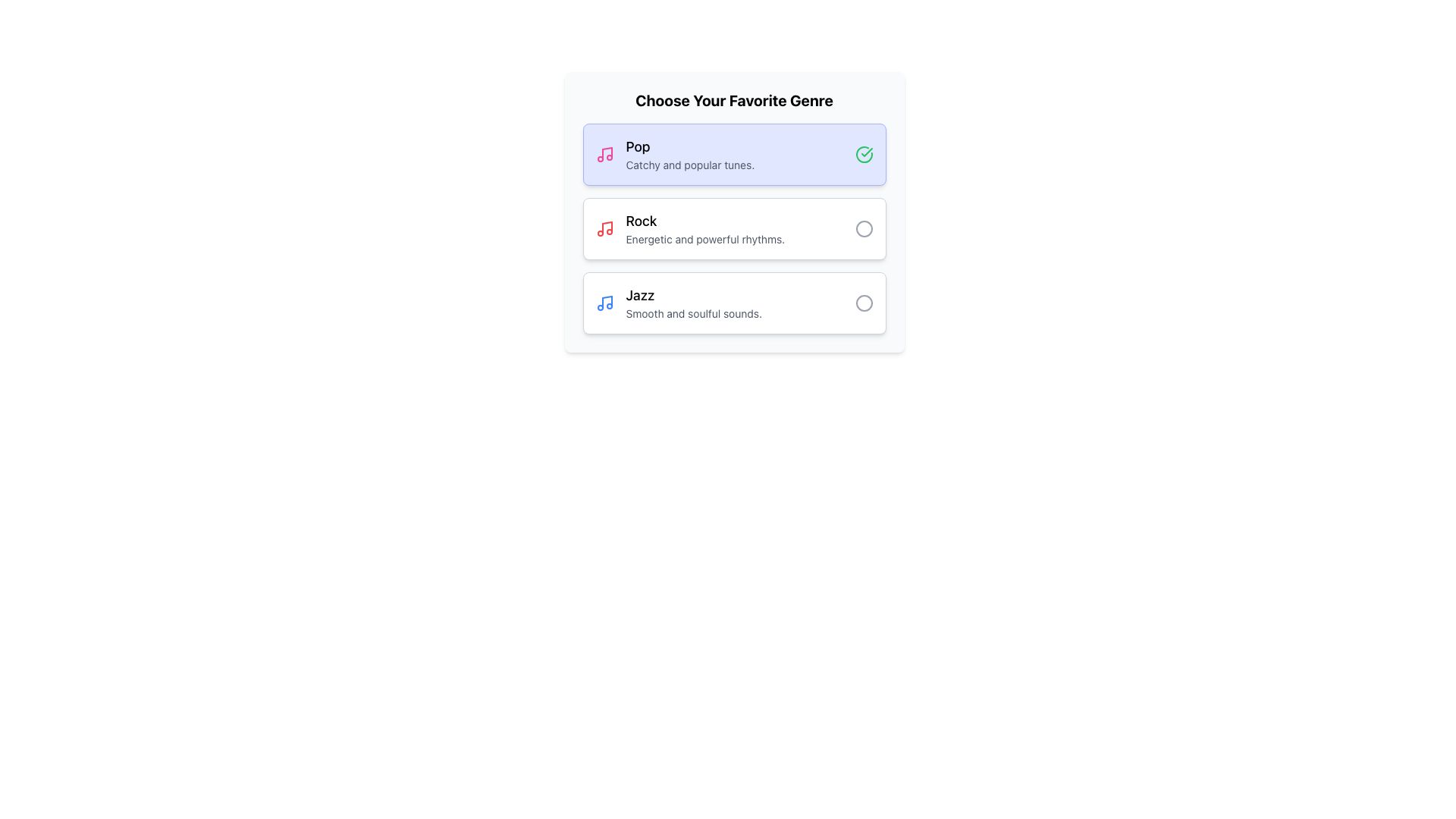 The height and width of the screenshot is (819, 1456). I want to click on the Text Group that describes the 'Jazz' genre, which is the third item in a vertical list of genre selectors, so click(740, 303).